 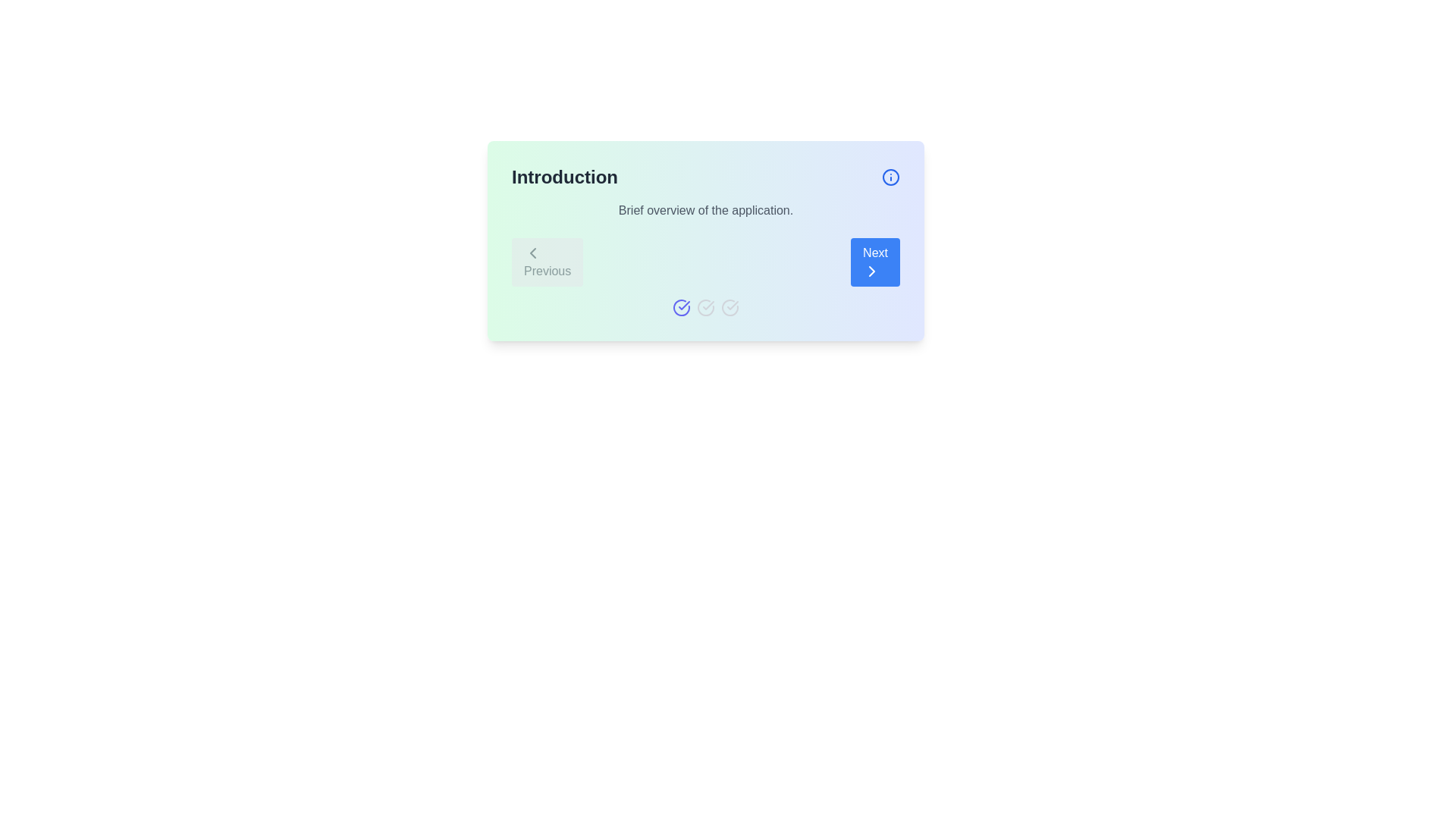 What do you see at coordinates (532, 253) in the screenshot?
I see `the left-pointing chevron icon within the 'Previous' button` at bounding box center [532, 253].